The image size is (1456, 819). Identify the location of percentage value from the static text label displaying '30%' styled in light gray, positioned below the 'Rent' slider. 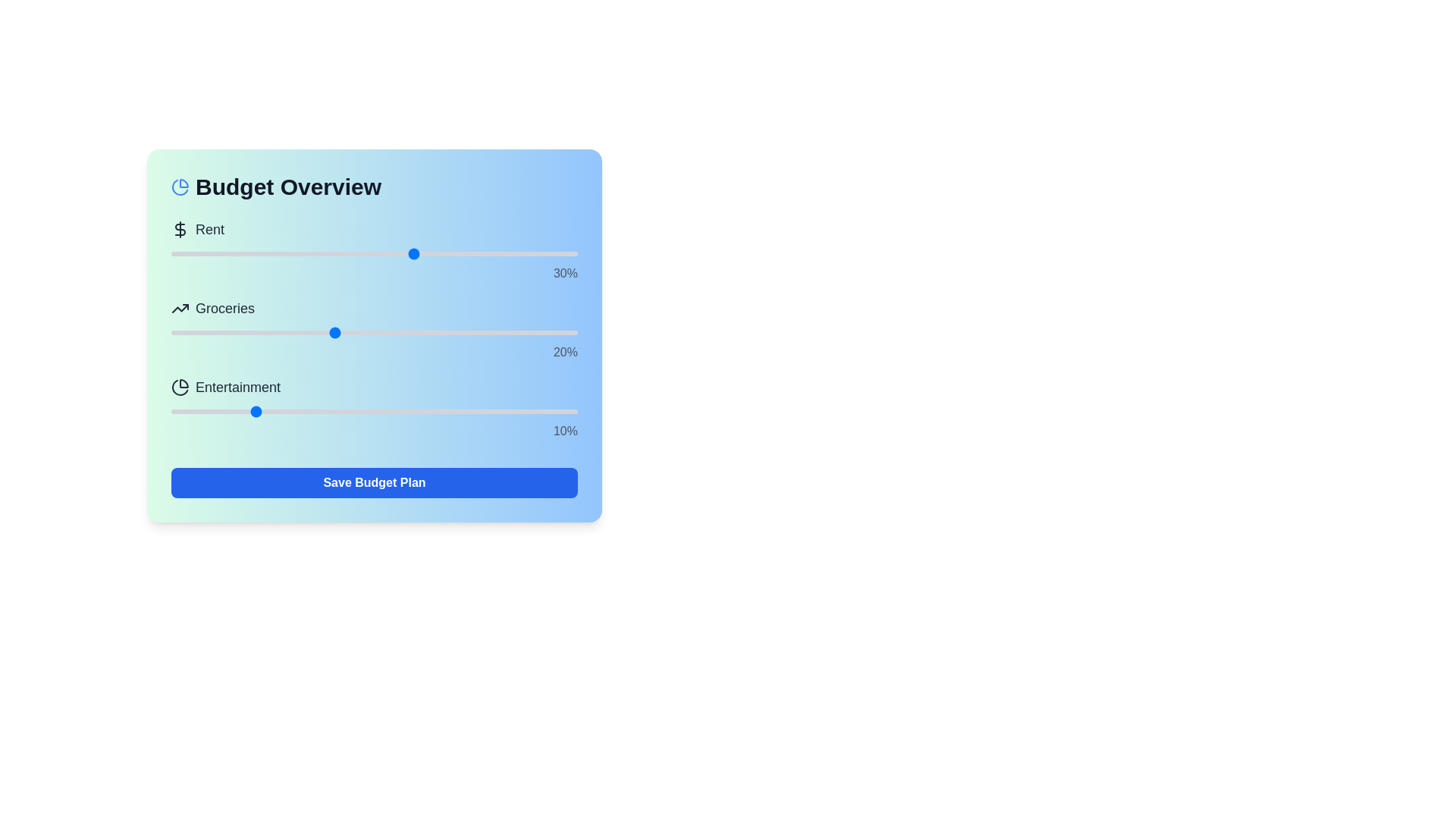
(375, 274).